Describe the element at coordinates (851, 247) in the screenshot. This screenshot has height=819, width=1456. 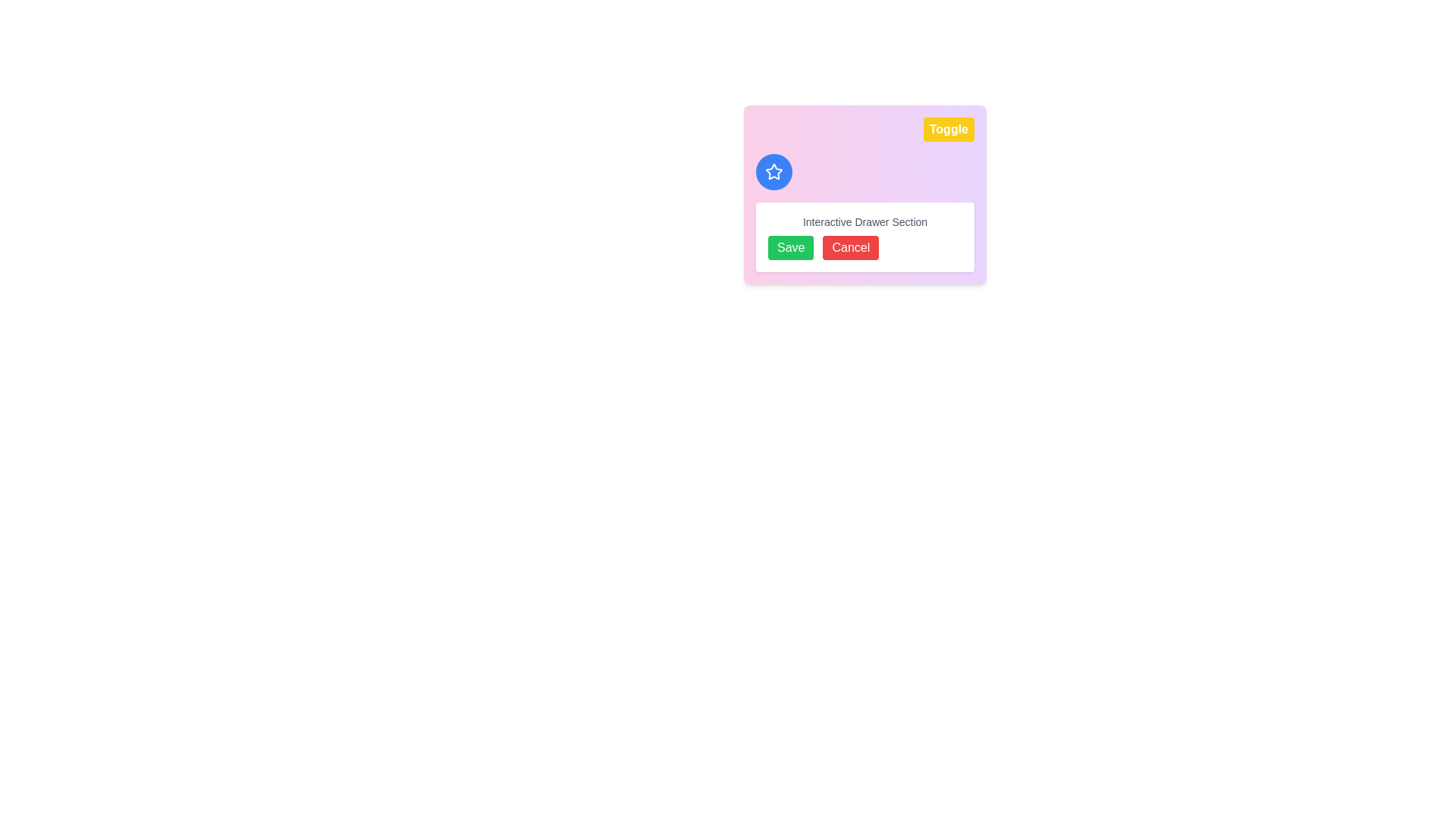
I see `the 'Cancel' button located to the right of the green 'Save' button in the lower section of the interactive drawer interface` at that location.